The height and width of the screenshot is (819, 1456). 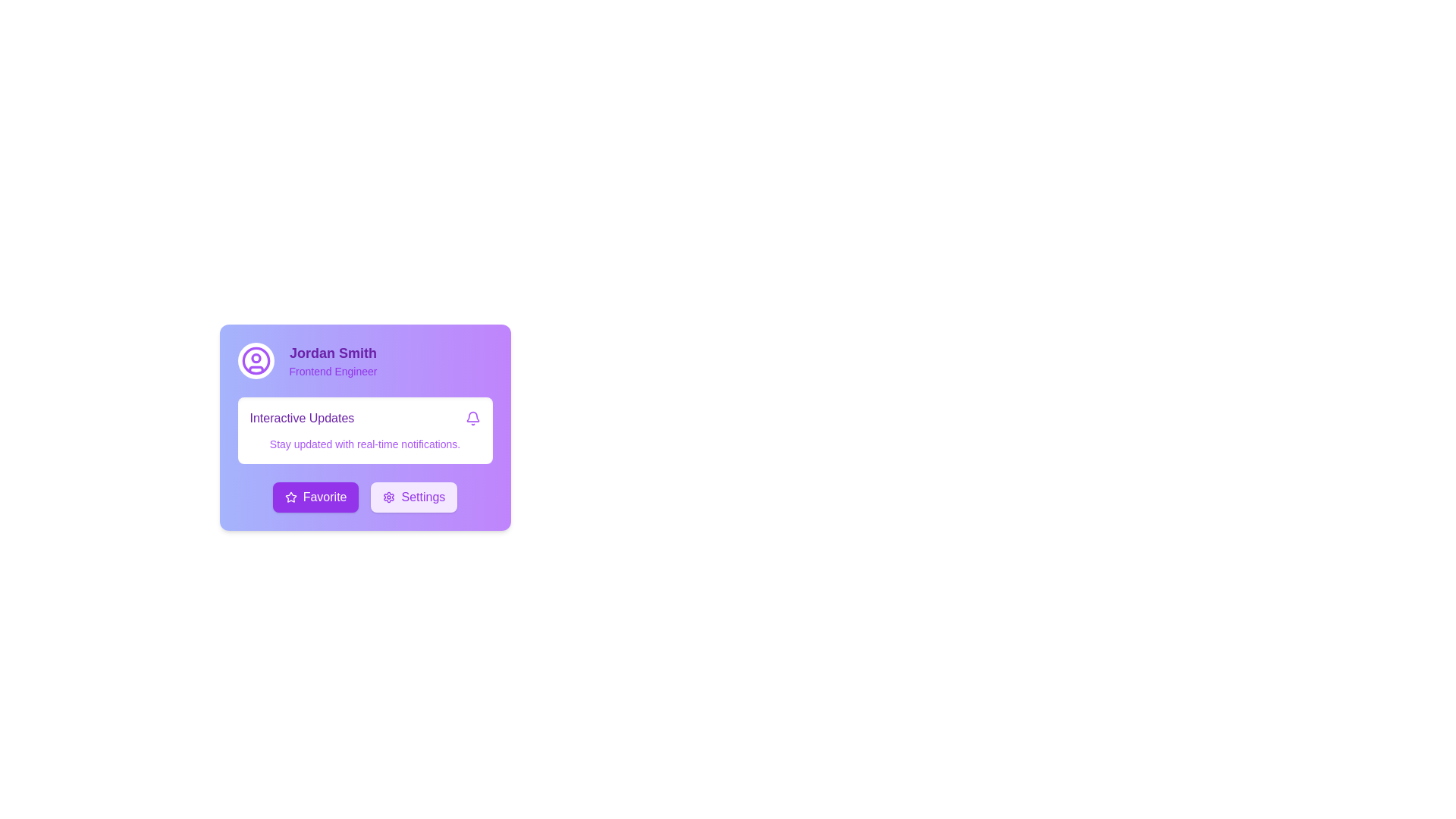 I want to click on the informative text located below the 'Interactive Updates' text, which is centered within the white rectangular card on a purple background, so click(x=365, y=444).